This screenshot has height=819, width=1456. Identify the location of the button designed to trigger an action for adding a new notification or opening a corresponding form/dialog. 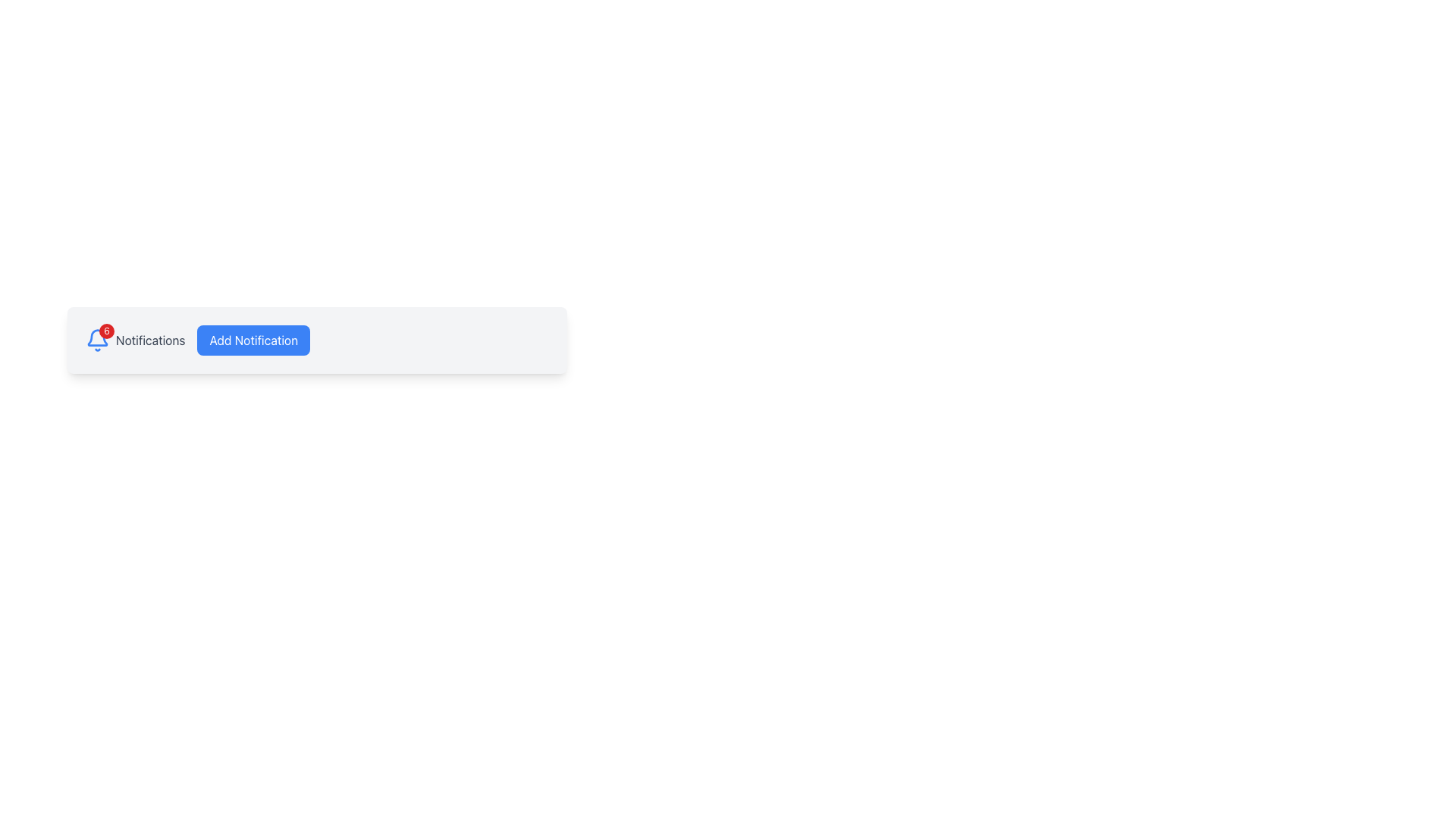
(253, 339).